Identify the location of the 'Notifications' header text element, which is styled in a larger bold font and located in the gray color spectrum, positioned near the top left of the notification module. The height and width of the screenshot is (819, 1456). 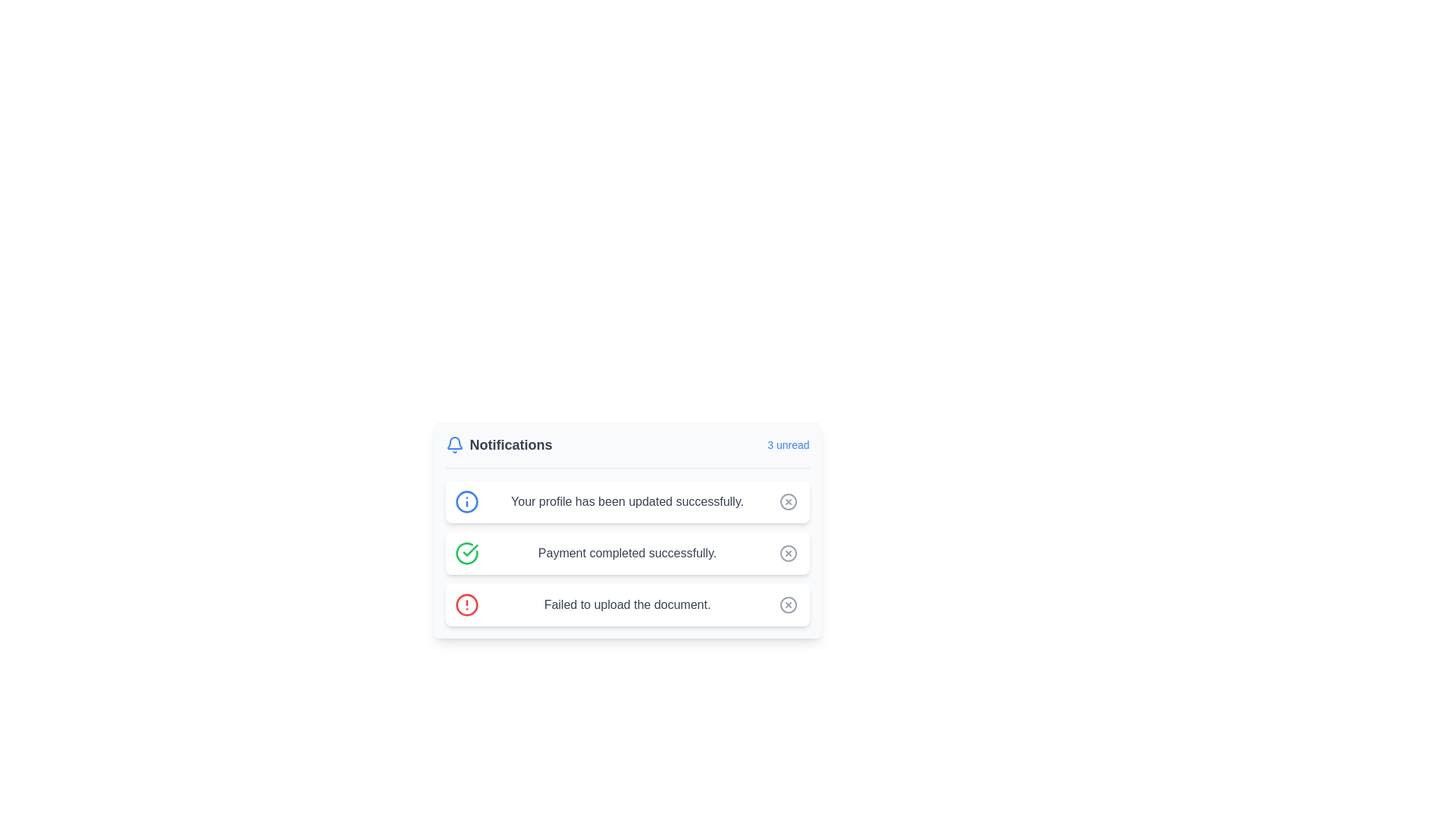
(510, 444).